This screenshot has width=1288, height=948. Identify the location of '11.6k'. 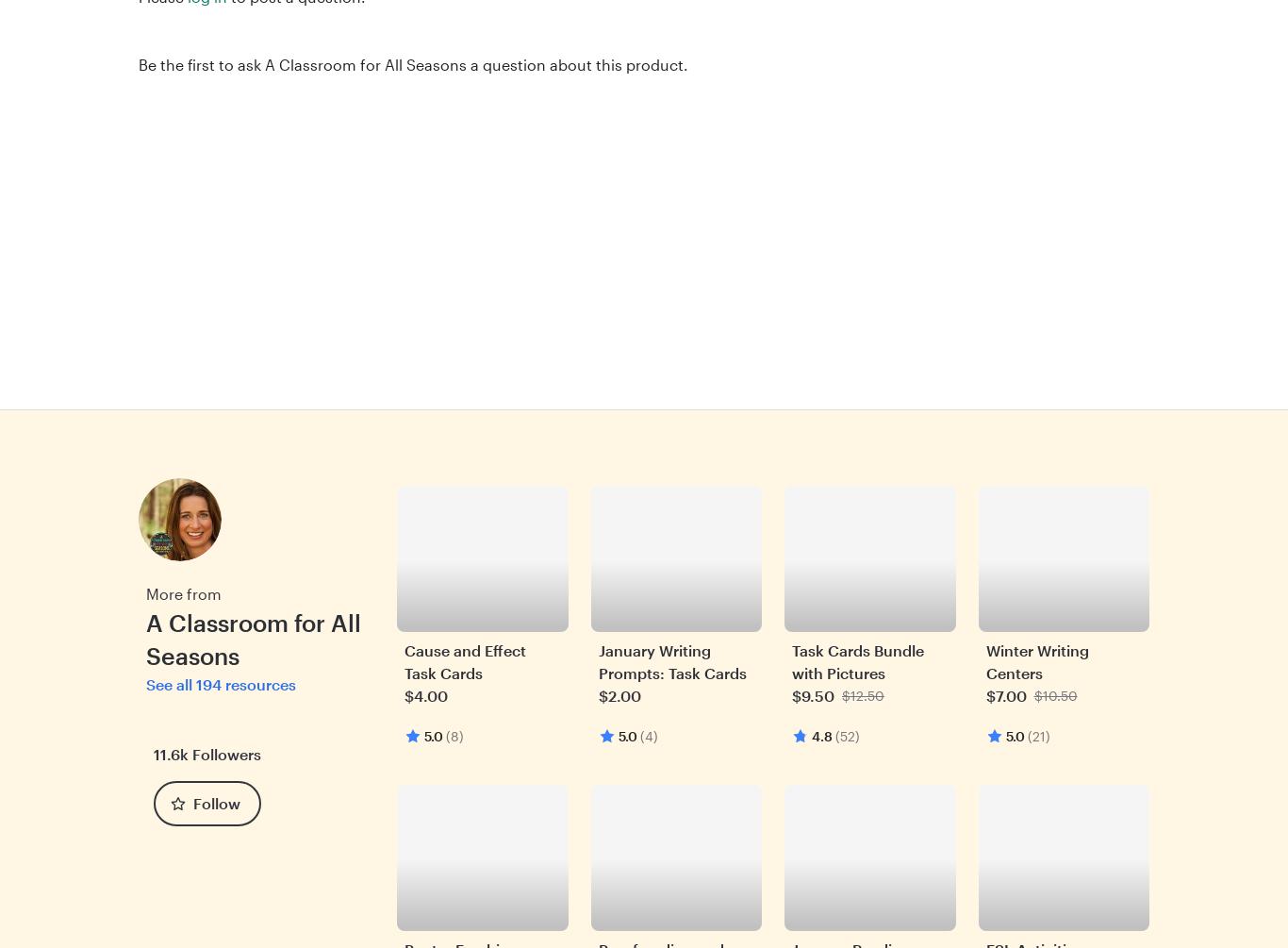
(170, 753).